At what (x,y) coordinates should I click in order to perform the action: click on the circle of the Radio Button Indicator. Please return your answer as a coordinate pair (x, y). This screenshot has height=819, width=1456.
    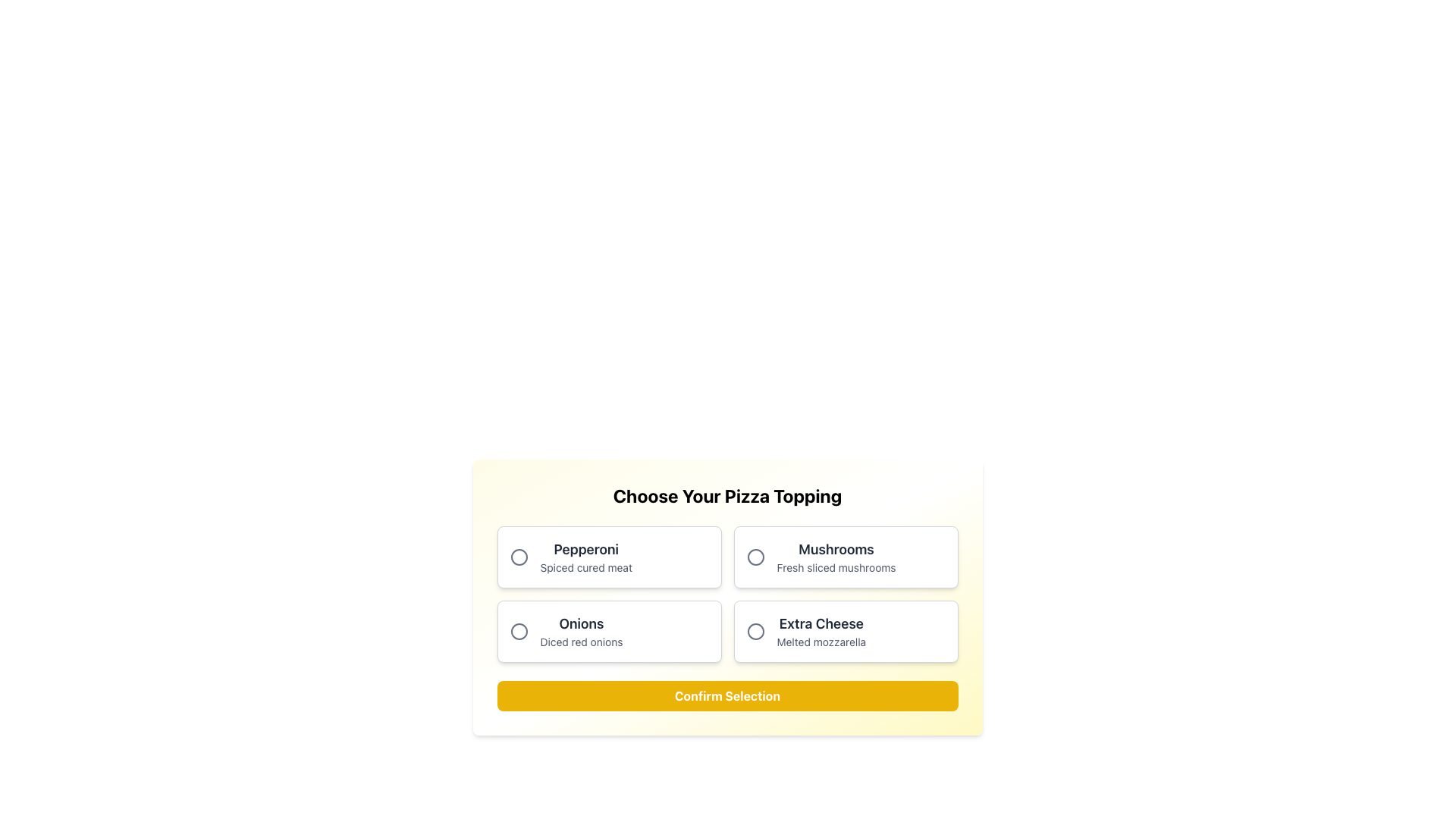
    Looking at the image, I should click on (519, 557).